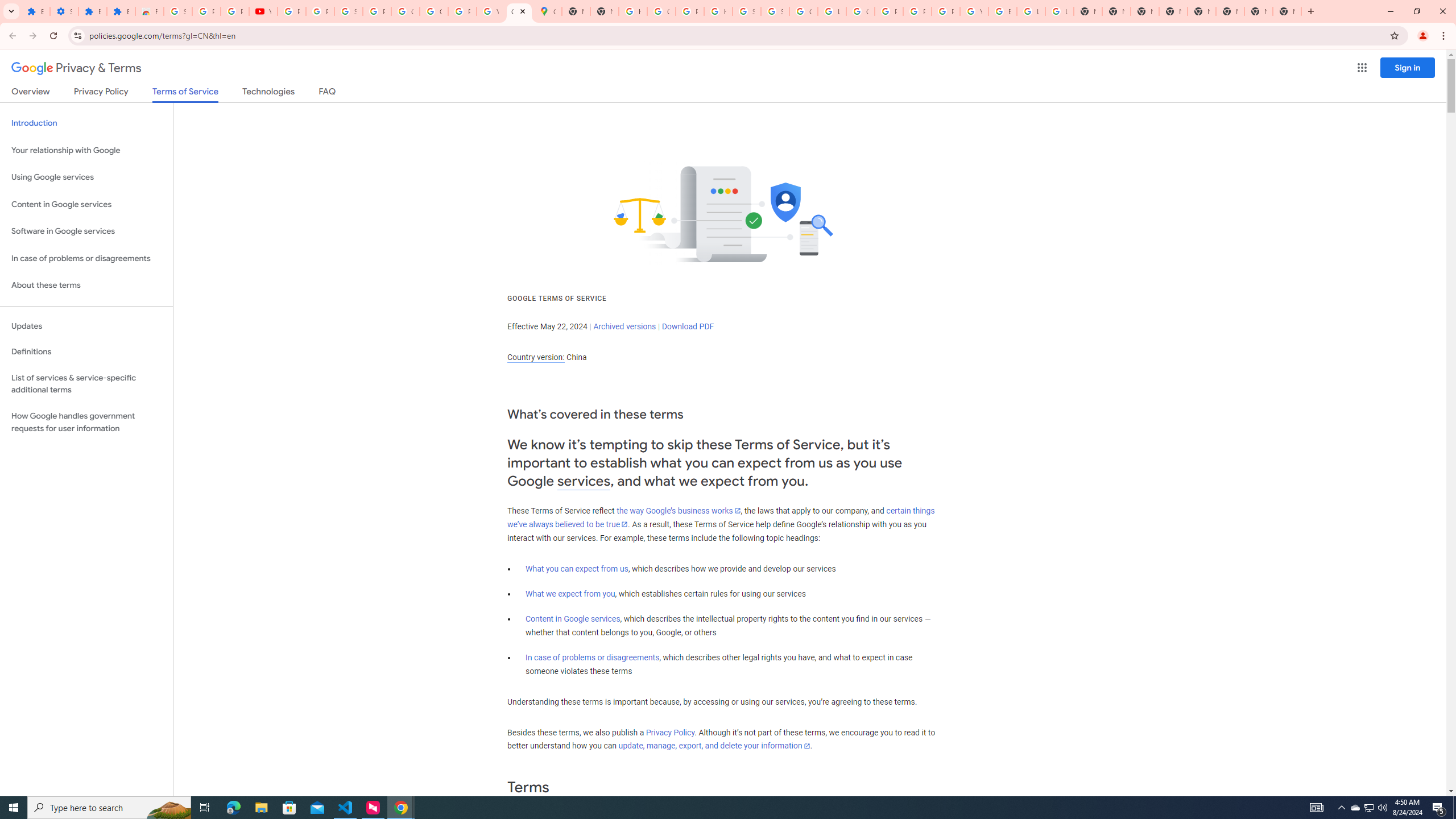 This screenshot has width=1456, height=819. What do you see at coordinates (86, 285) in the screenshot?
I see `'About these terms'` at bounding box center [86, 285].